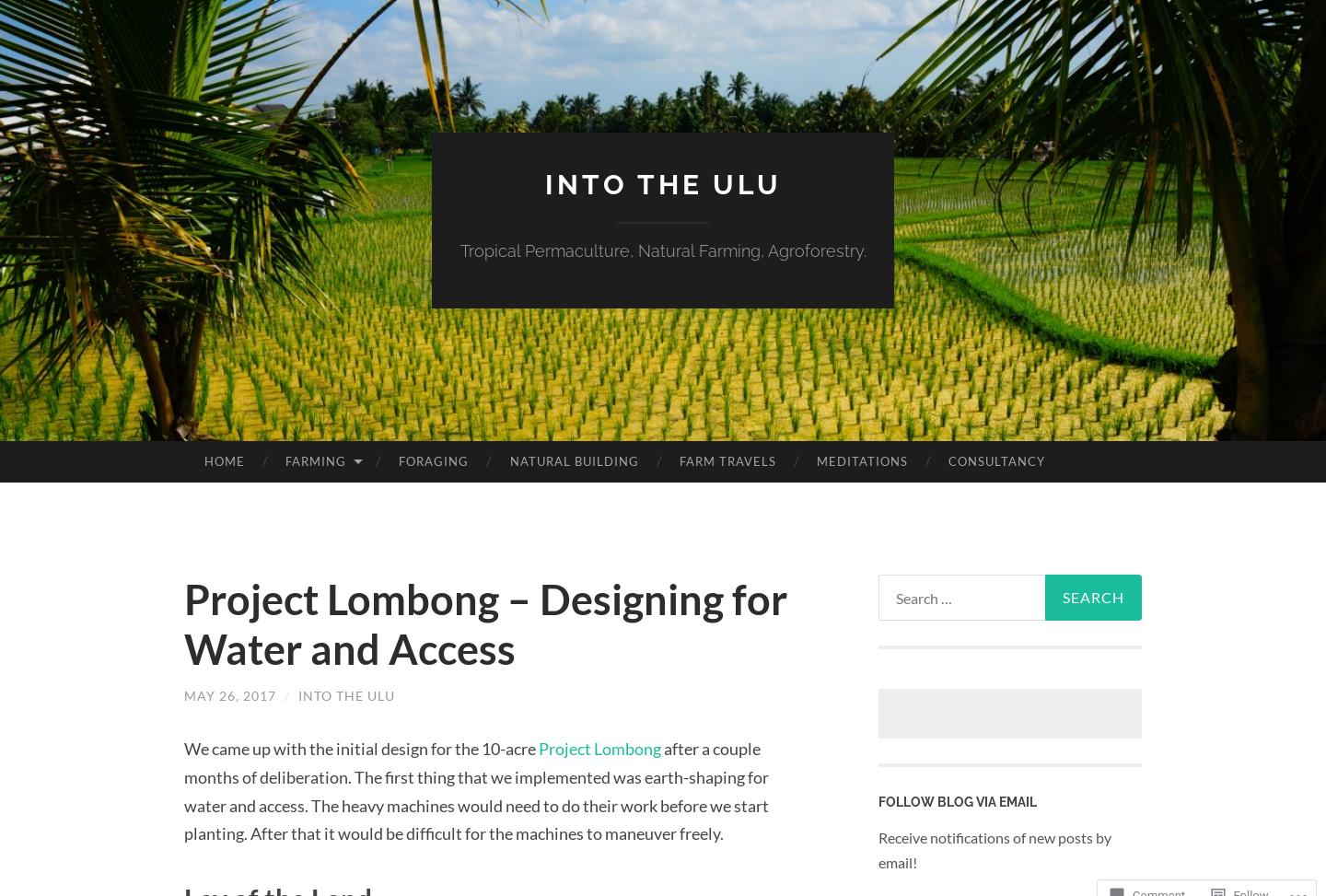 The width and height of the screenshot is (1326, 896). I want to click on 'Project Lombong', so click(599, 748).